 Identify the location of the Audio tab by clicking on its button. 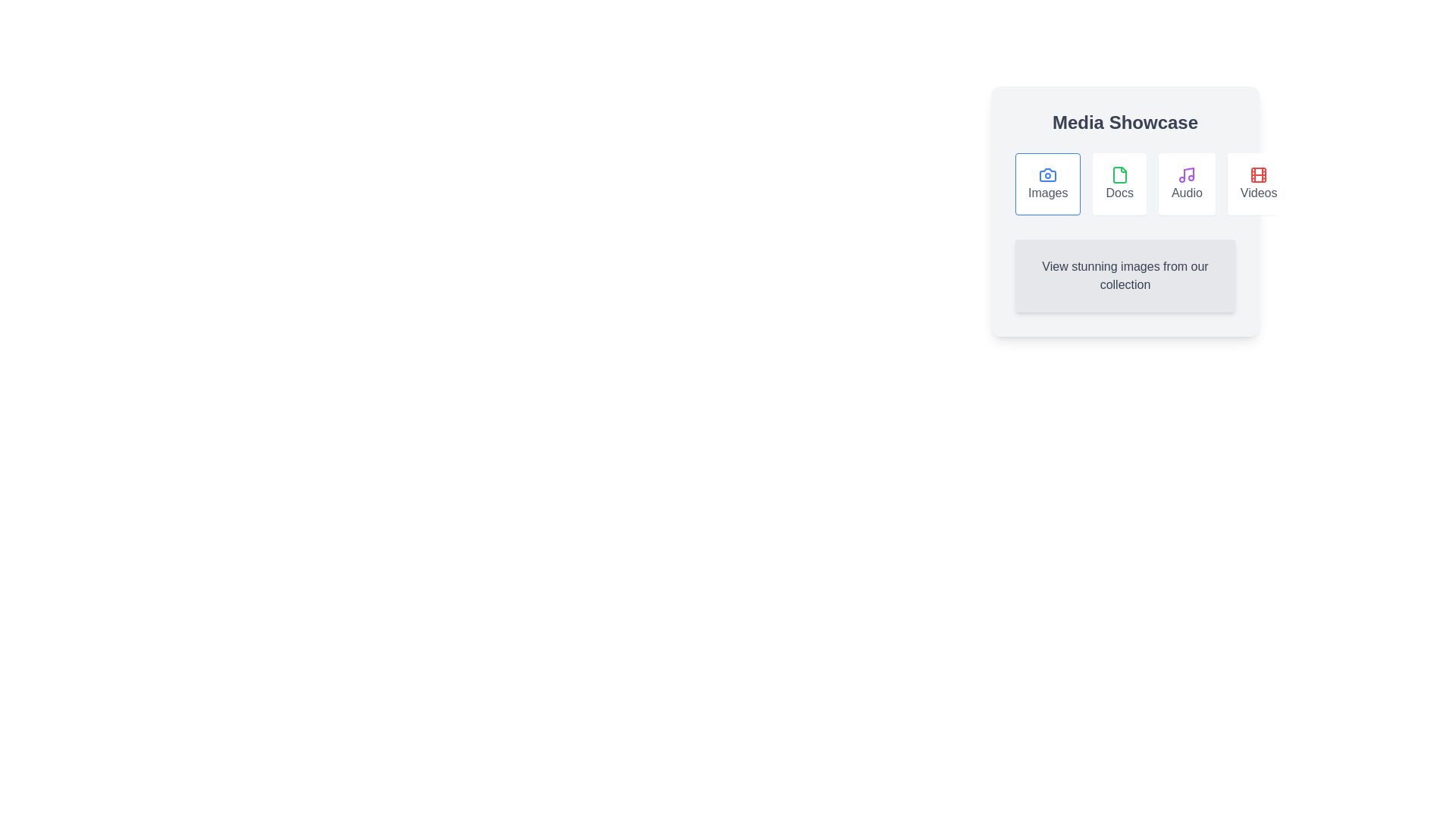
(1185, 184).